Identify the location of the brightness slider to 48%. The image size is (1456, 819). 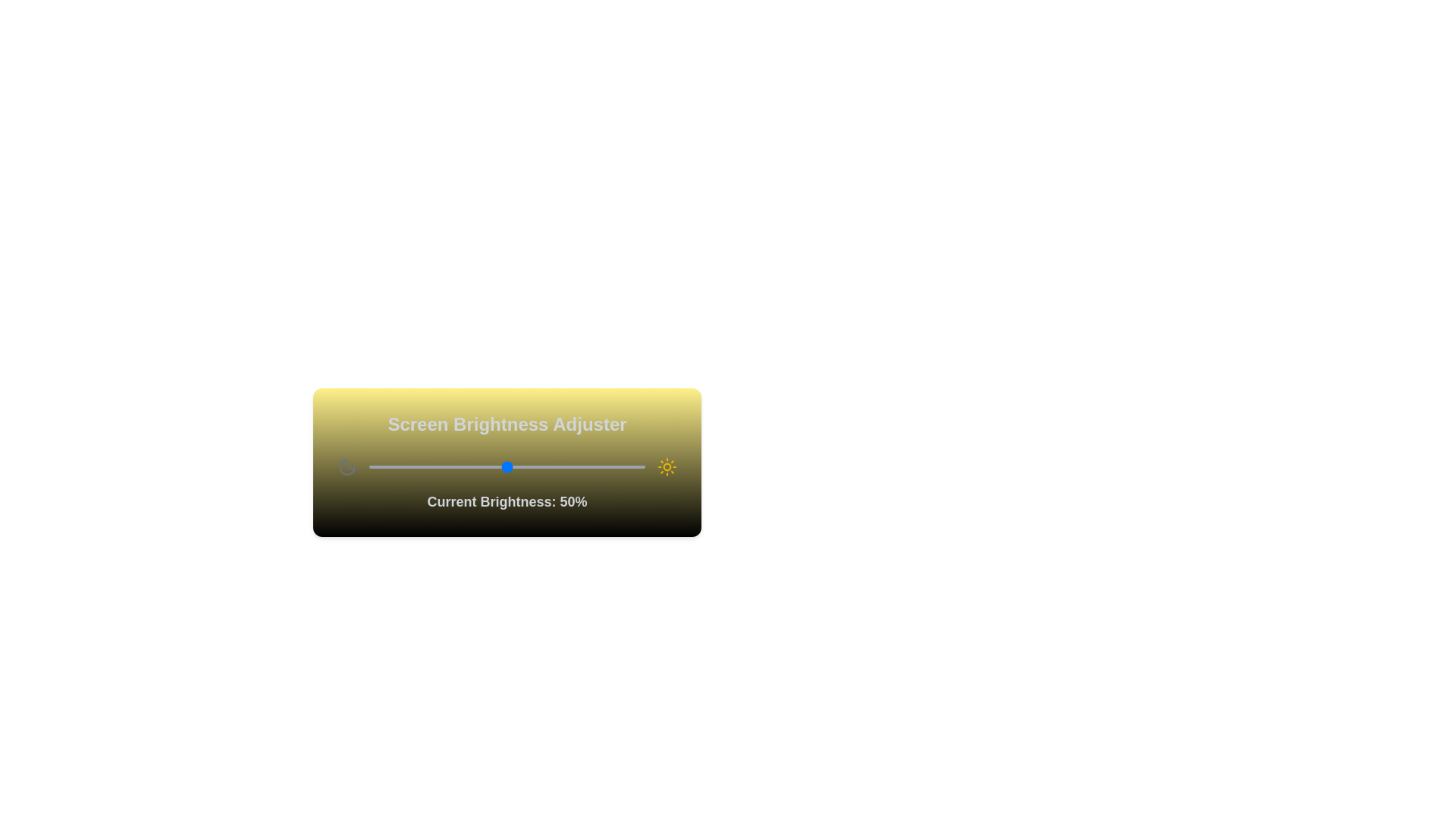
(501, 466).